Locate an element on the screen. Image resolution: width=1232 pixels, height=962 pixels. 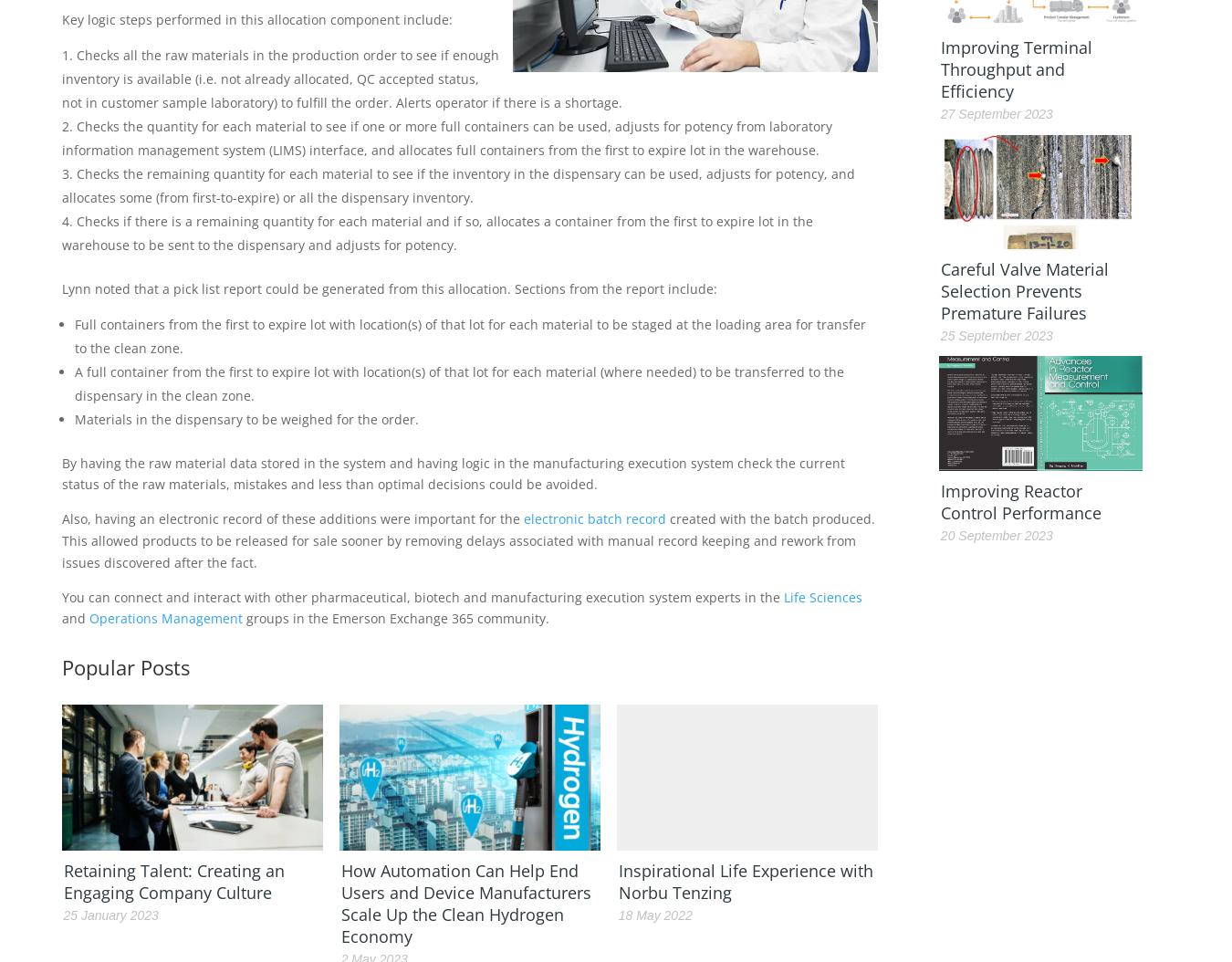
'A full container from the first to expire lot with location(s) of that lot for each material (where needed) to be transferred to the dispensary in the clean zone.' is located at coordinates (73, 382).